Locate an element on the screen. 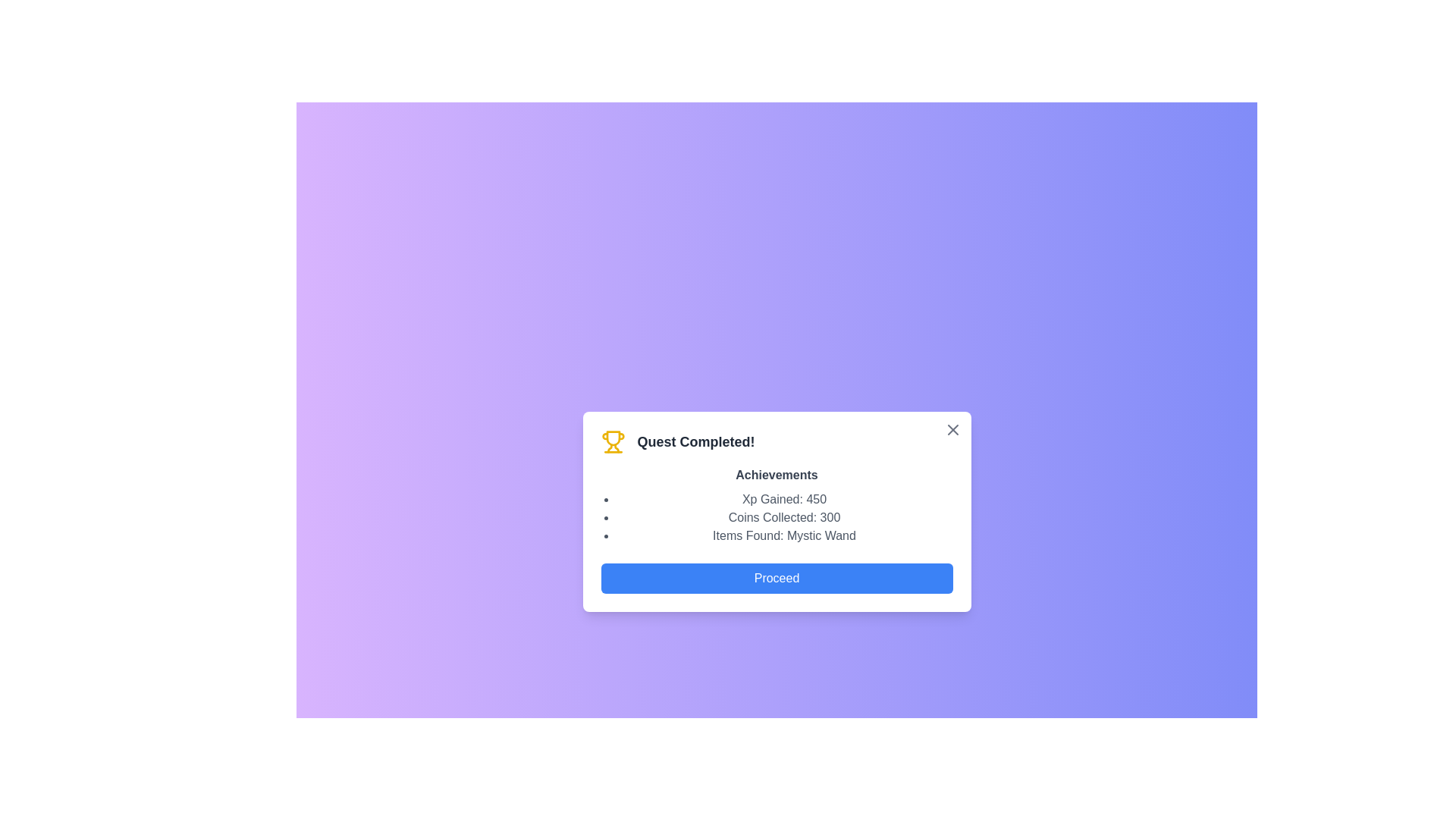 This screenshot has width=1456, height=819. close button to dismiss the alert is located at coordinates (952, 430).